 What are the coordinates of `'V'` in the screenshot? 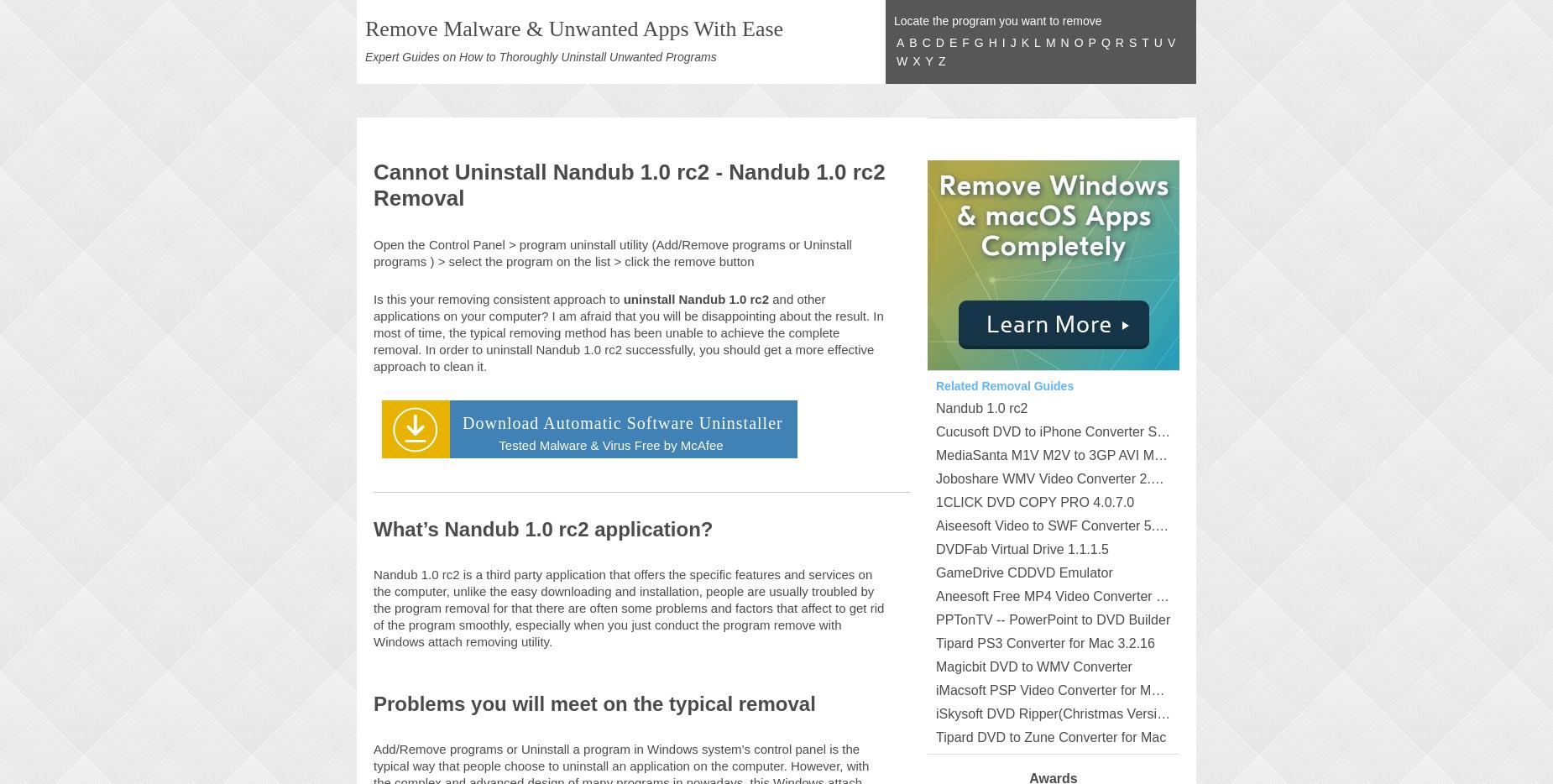 It's located at (1171, 42).